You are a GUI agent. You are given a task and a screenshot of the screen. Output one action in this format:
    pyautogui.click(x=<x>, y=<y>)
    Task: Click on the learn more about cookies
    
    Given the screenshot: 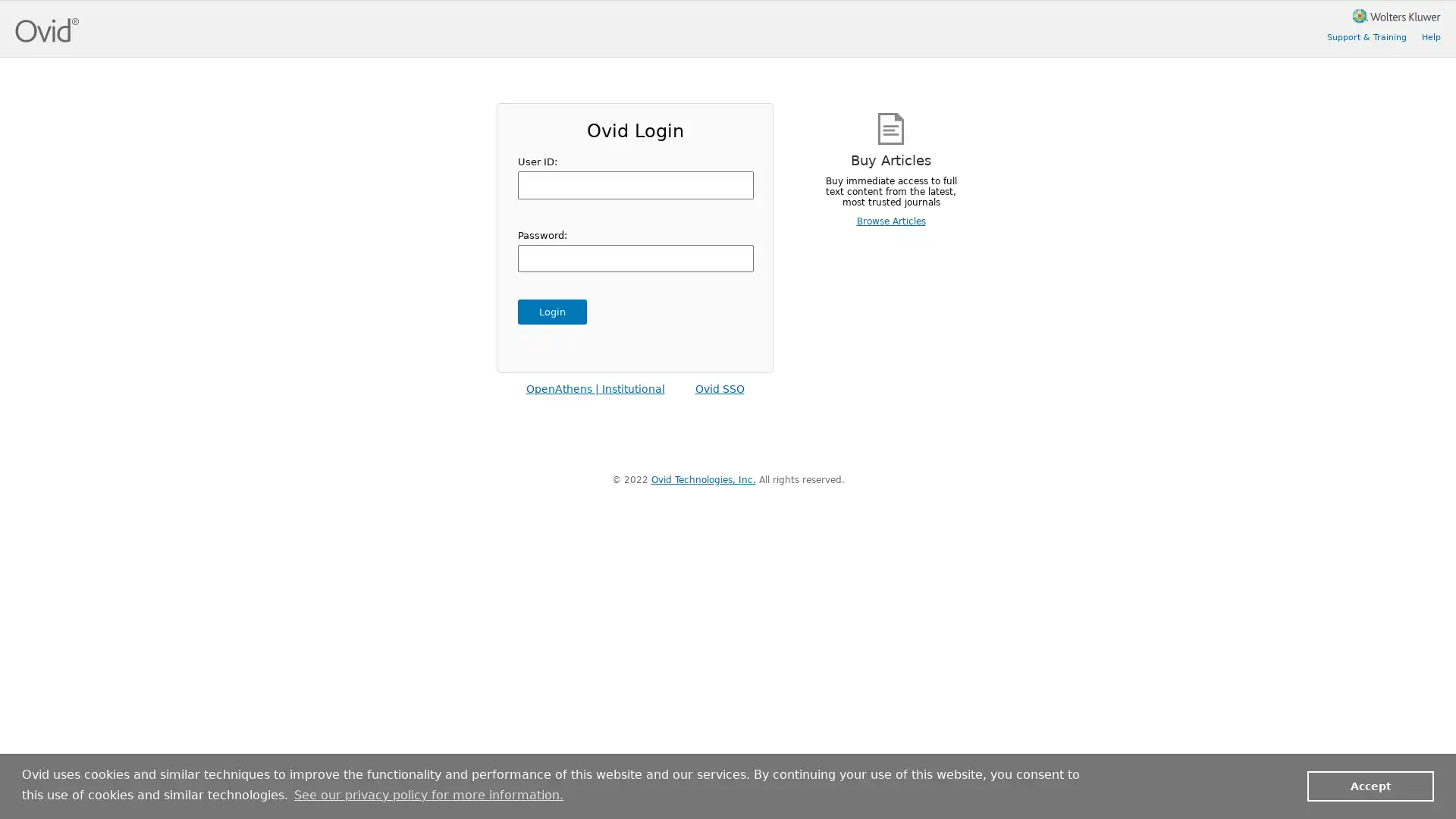 What is the action you would take?
    pyautogui.click(x=428, y=794)
    